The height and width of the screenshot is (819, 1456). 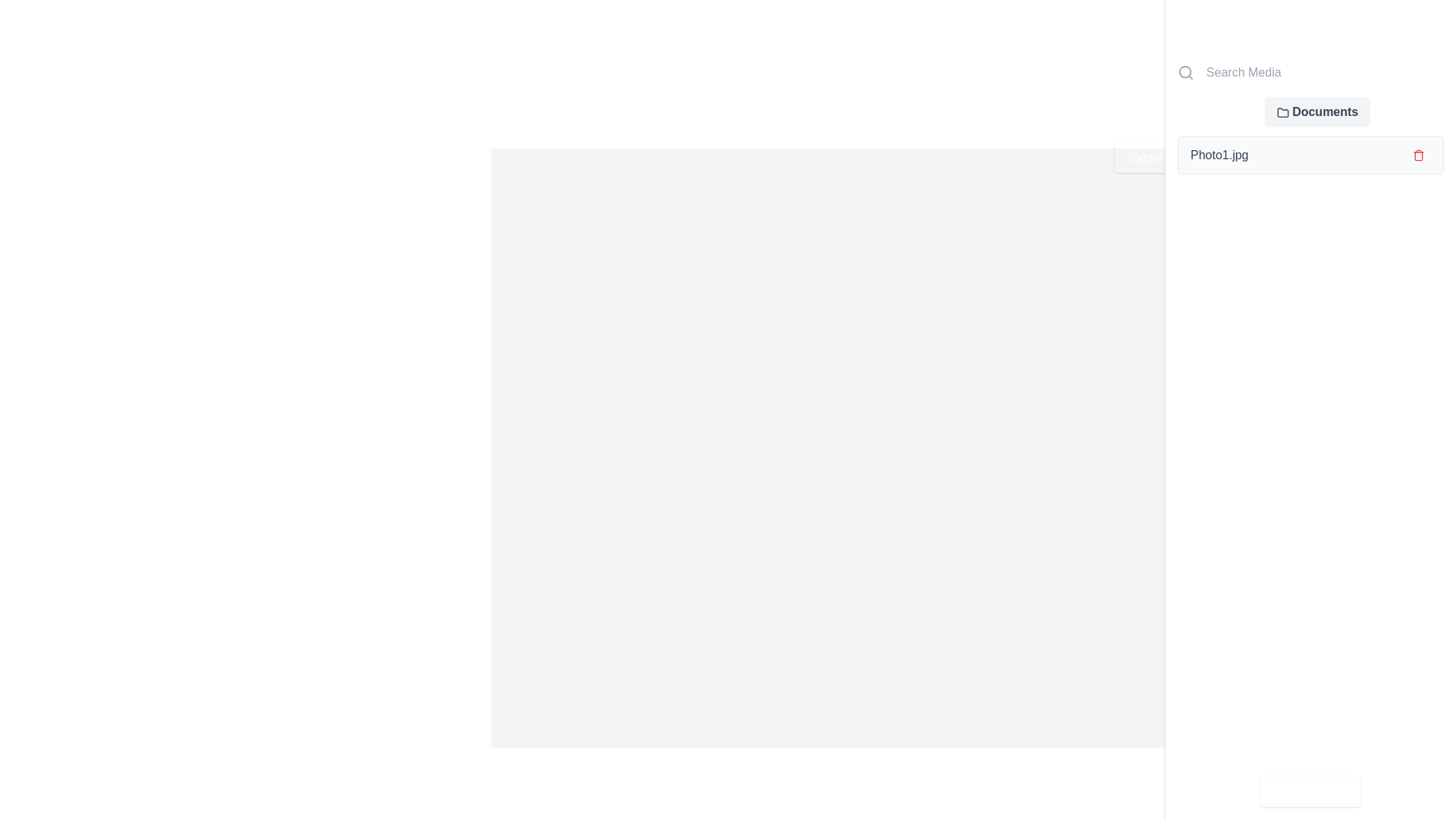 What do you see at coordinates (1316, 111) in the screenshot?
I see `the 'Documents' button, which is a light gray rectangular button with rounded corners located` at bounding box center [1316, 111].